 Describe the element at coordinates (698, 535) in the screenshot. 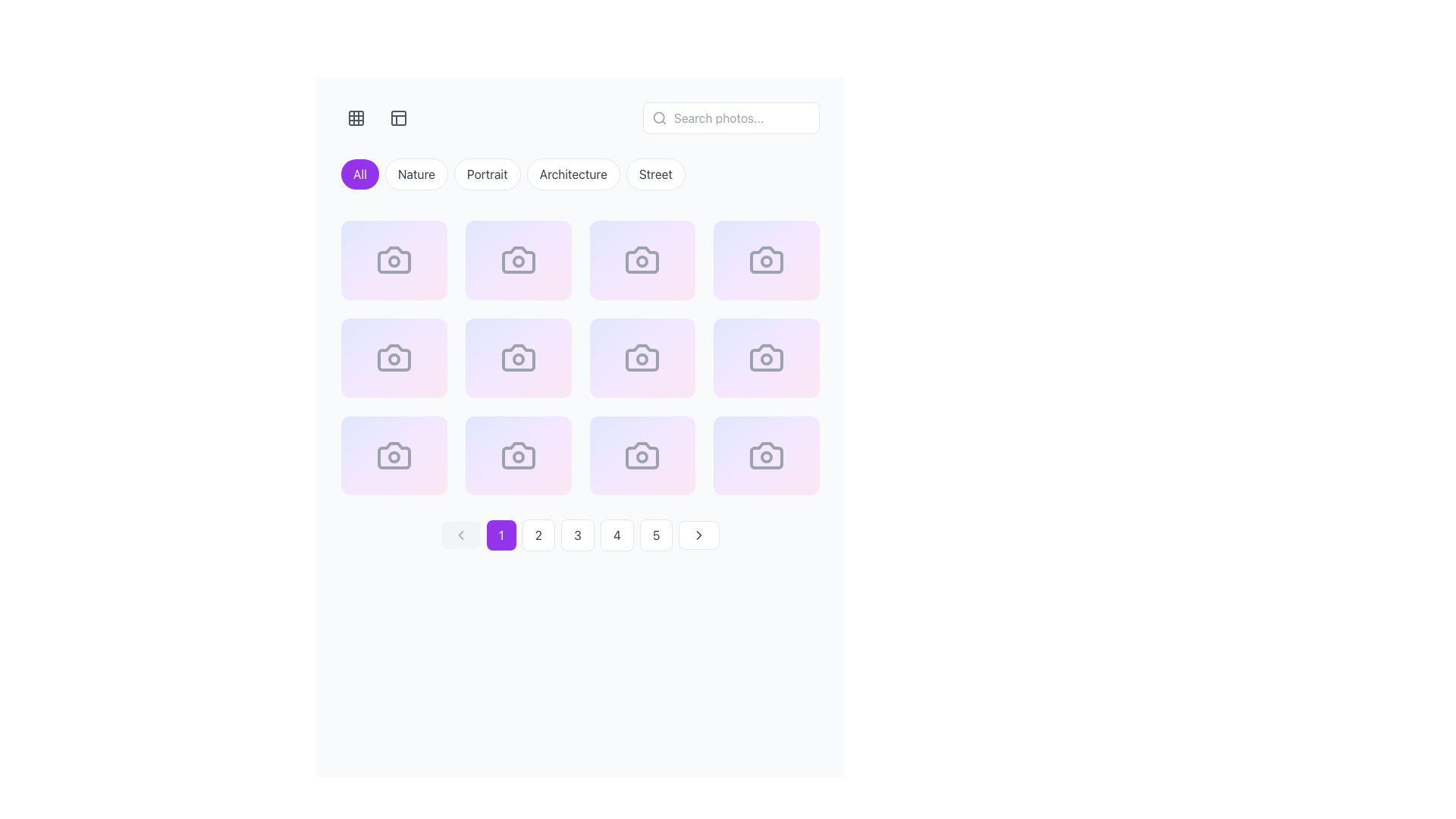

I see `the rightward arrow icon located in the fifth pagination button, which is part of the pagination controls at the bottom center of the interface` at that location.